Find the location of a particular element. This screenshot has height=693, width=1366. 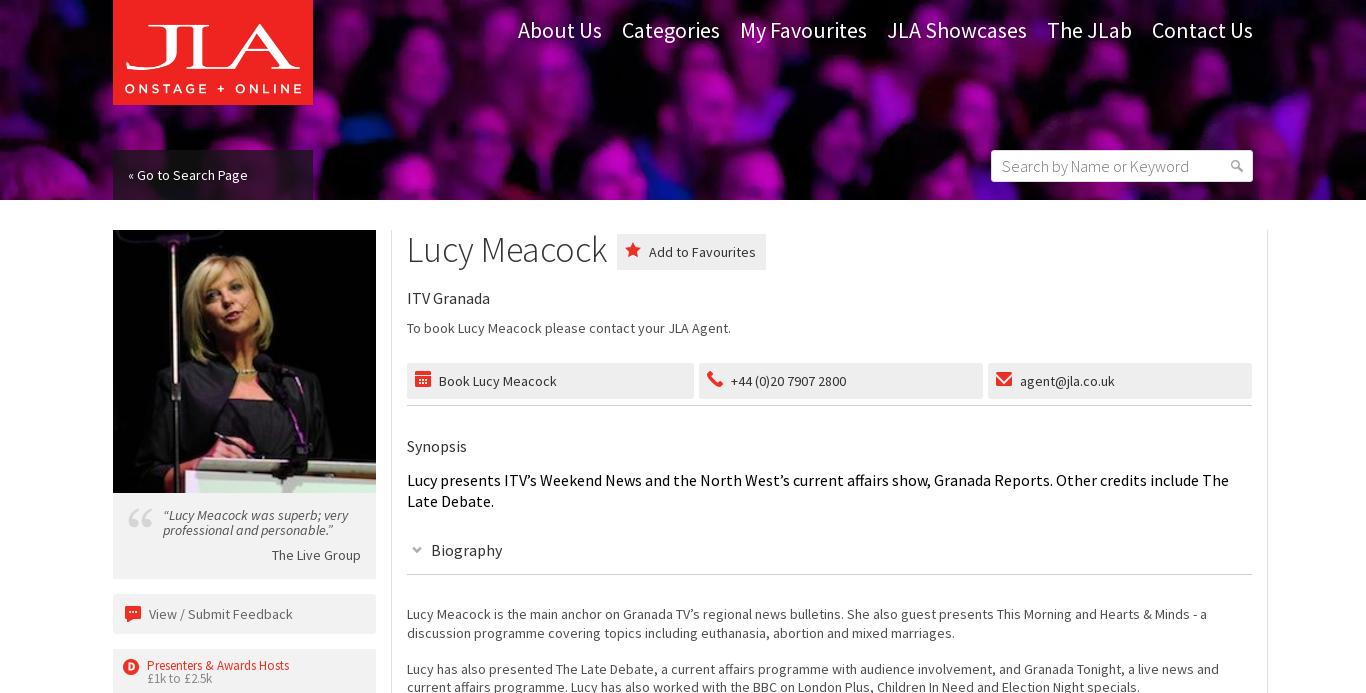

'£1k to £2.5k' is located at coordinates (145, 676).